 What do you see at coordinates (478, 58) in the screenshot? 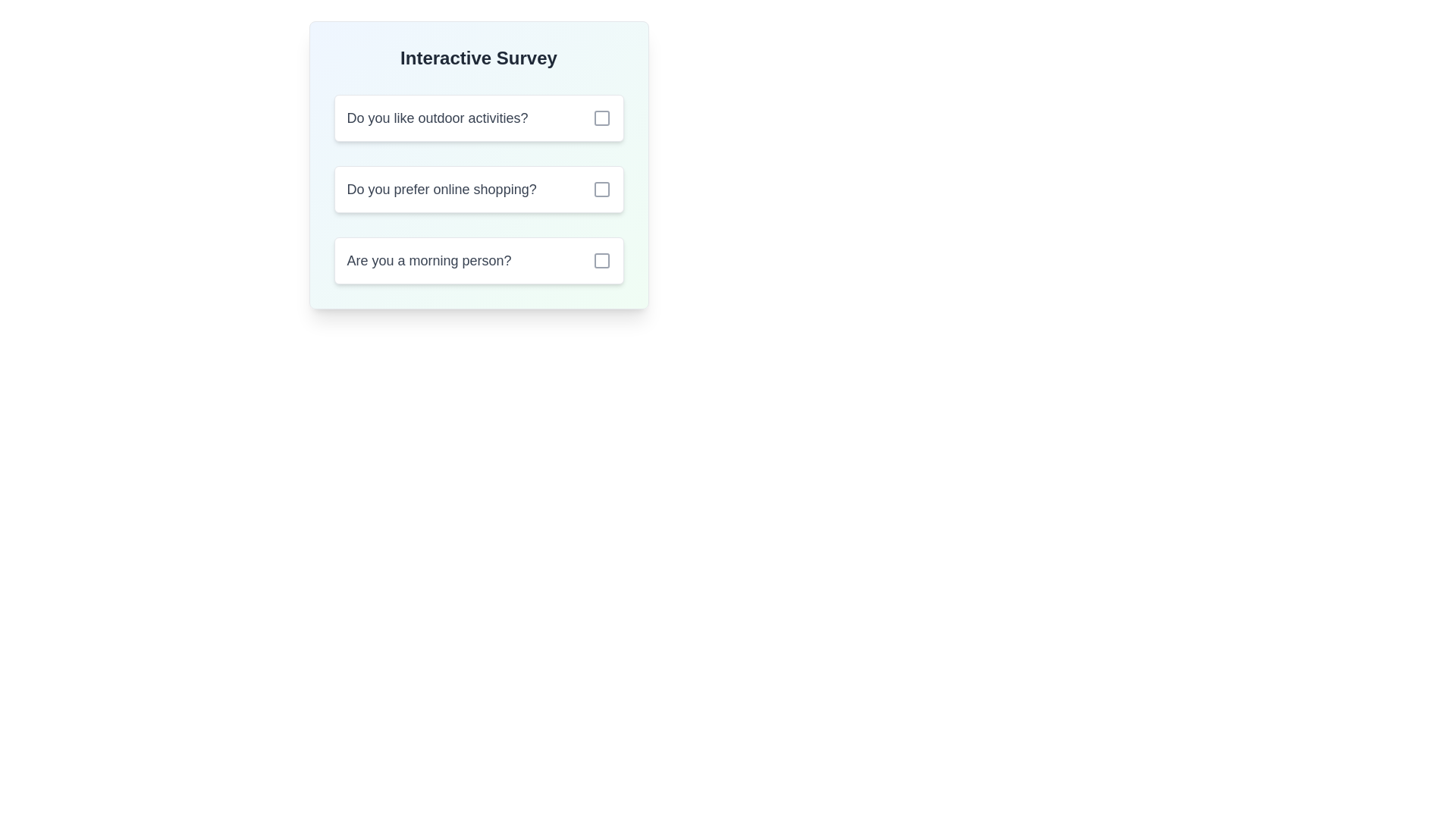
I see `the header text 'Interactive Survey', which is styled in bold and large font size, centrally aligned at the top of the card layout with a gradient background` at bounding box center [478, 58].